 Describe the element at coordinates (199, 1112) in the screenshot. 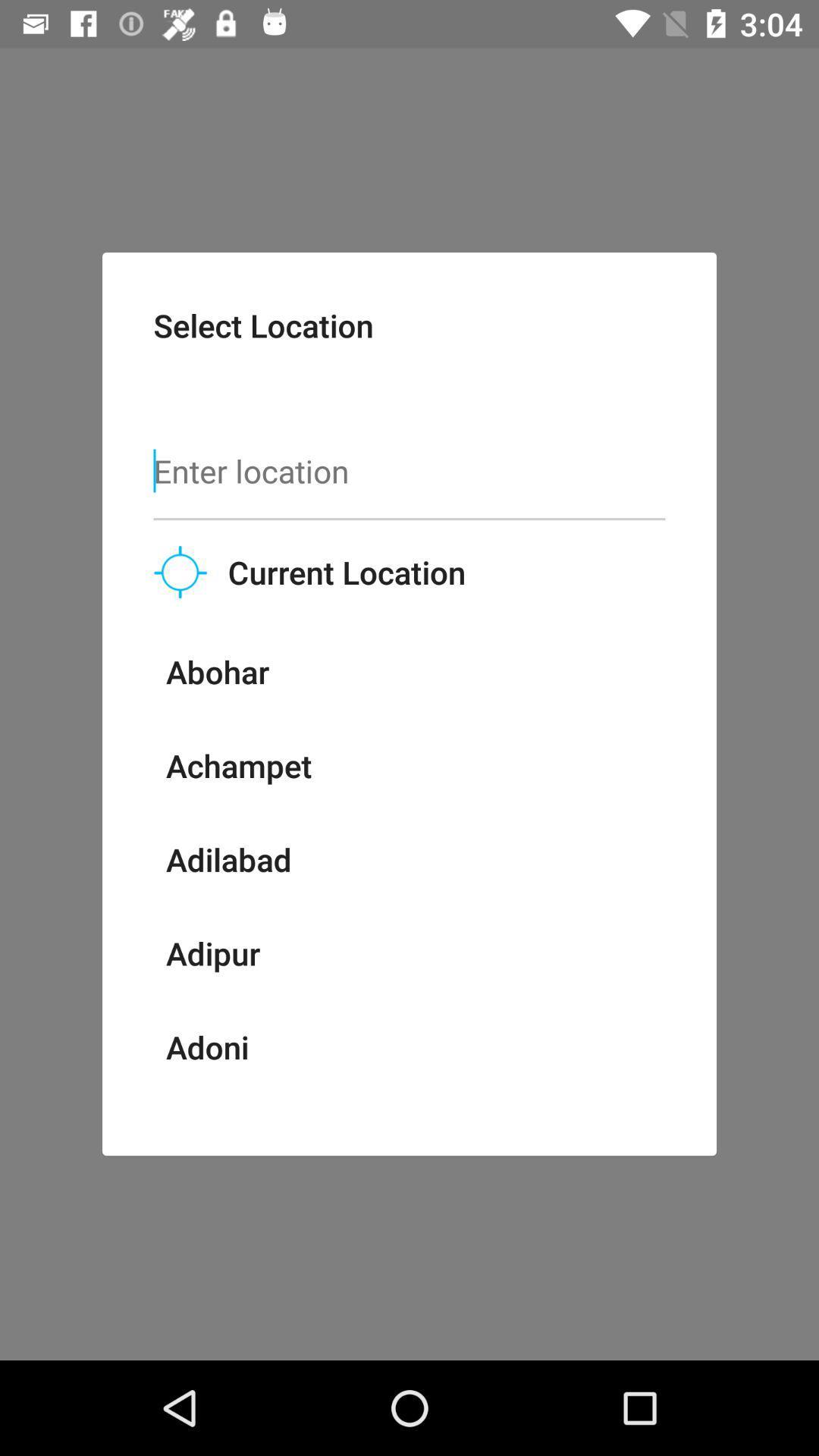

I see `agra` at that location.